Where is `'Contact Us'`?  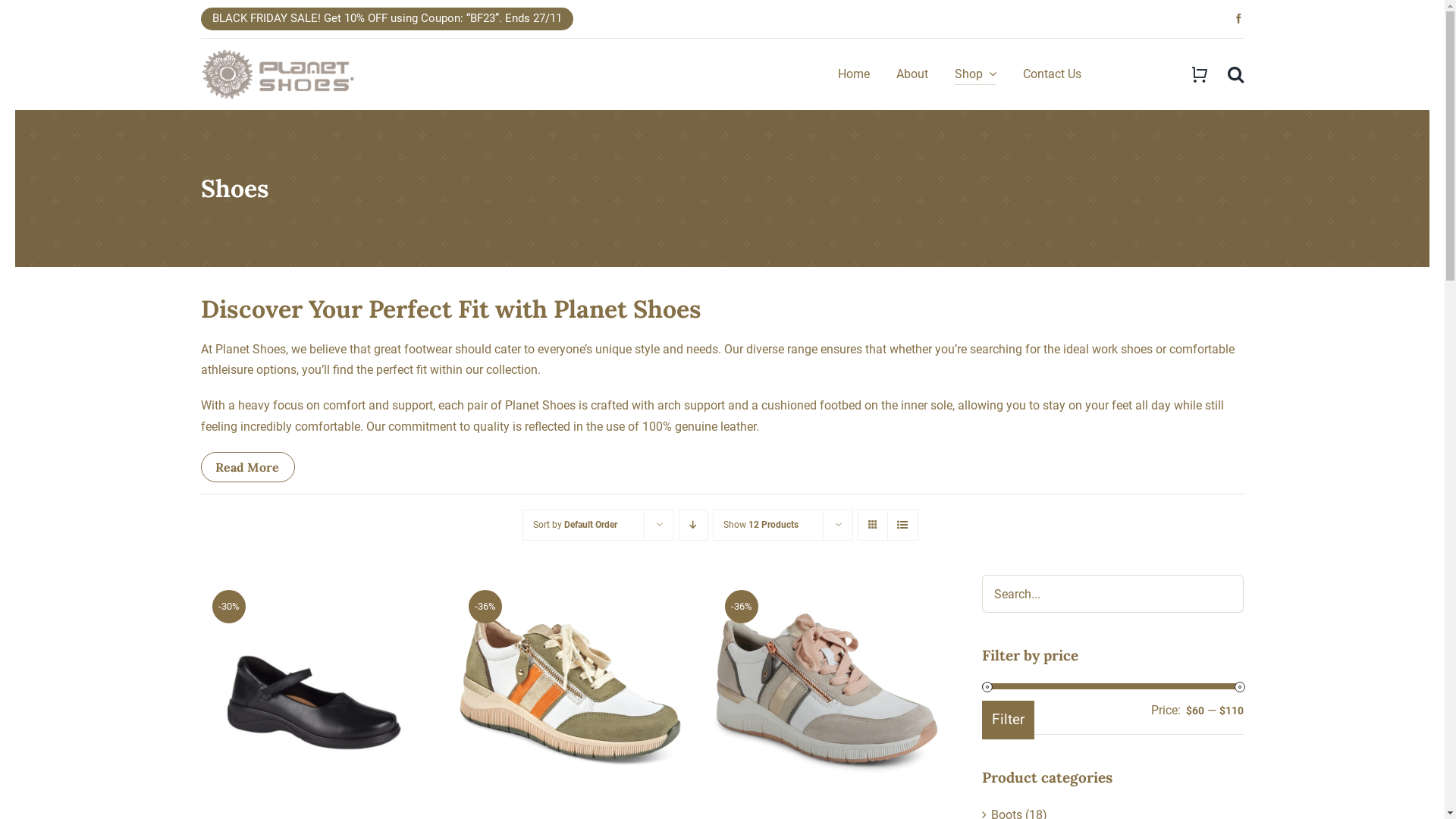
'Contact Us' is located at coordinates (1051, 74).